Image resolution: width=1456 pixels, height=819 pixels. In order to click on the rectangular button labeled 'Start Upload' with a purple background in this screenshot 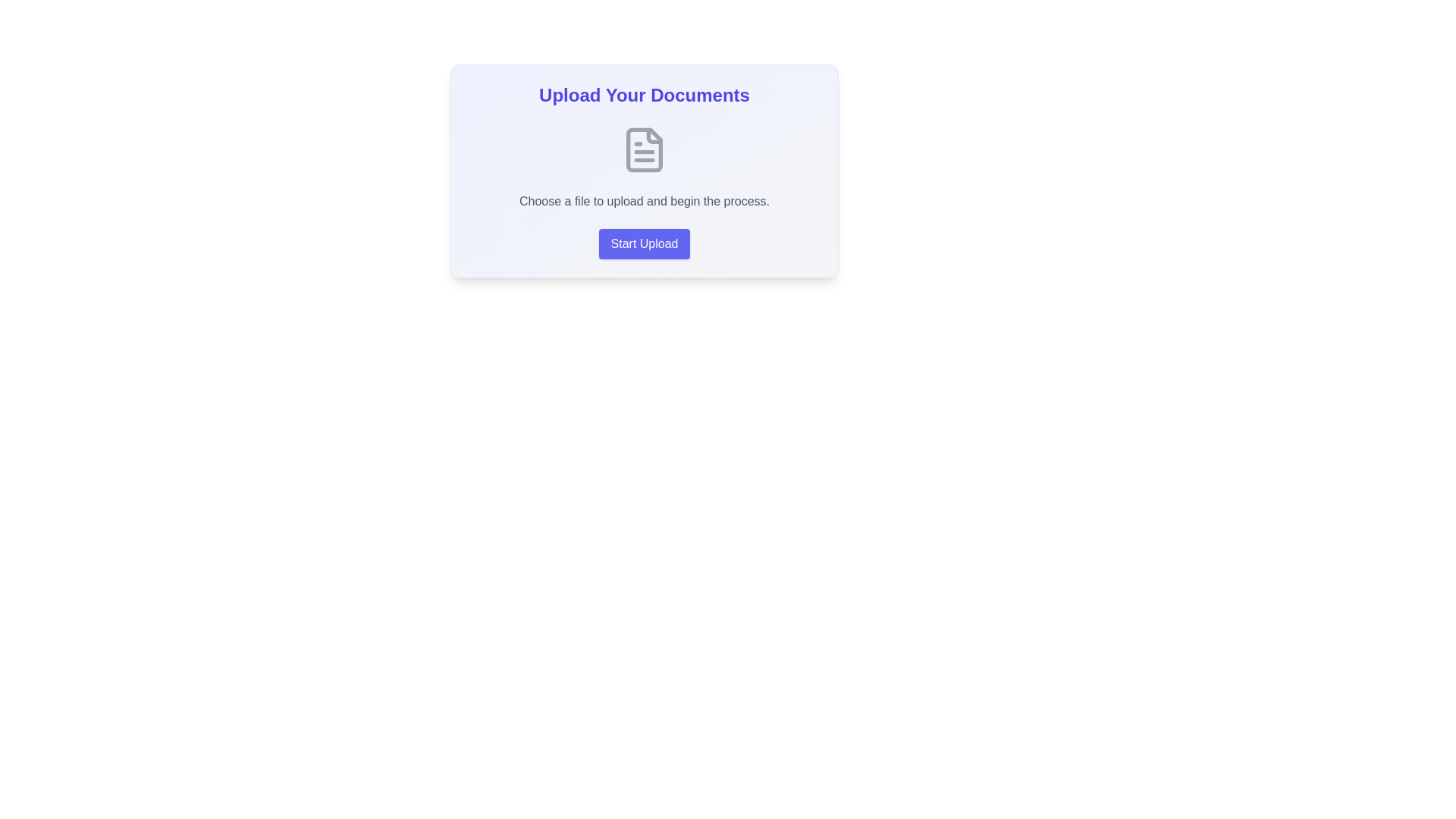, I will do `click(644, 243)`.